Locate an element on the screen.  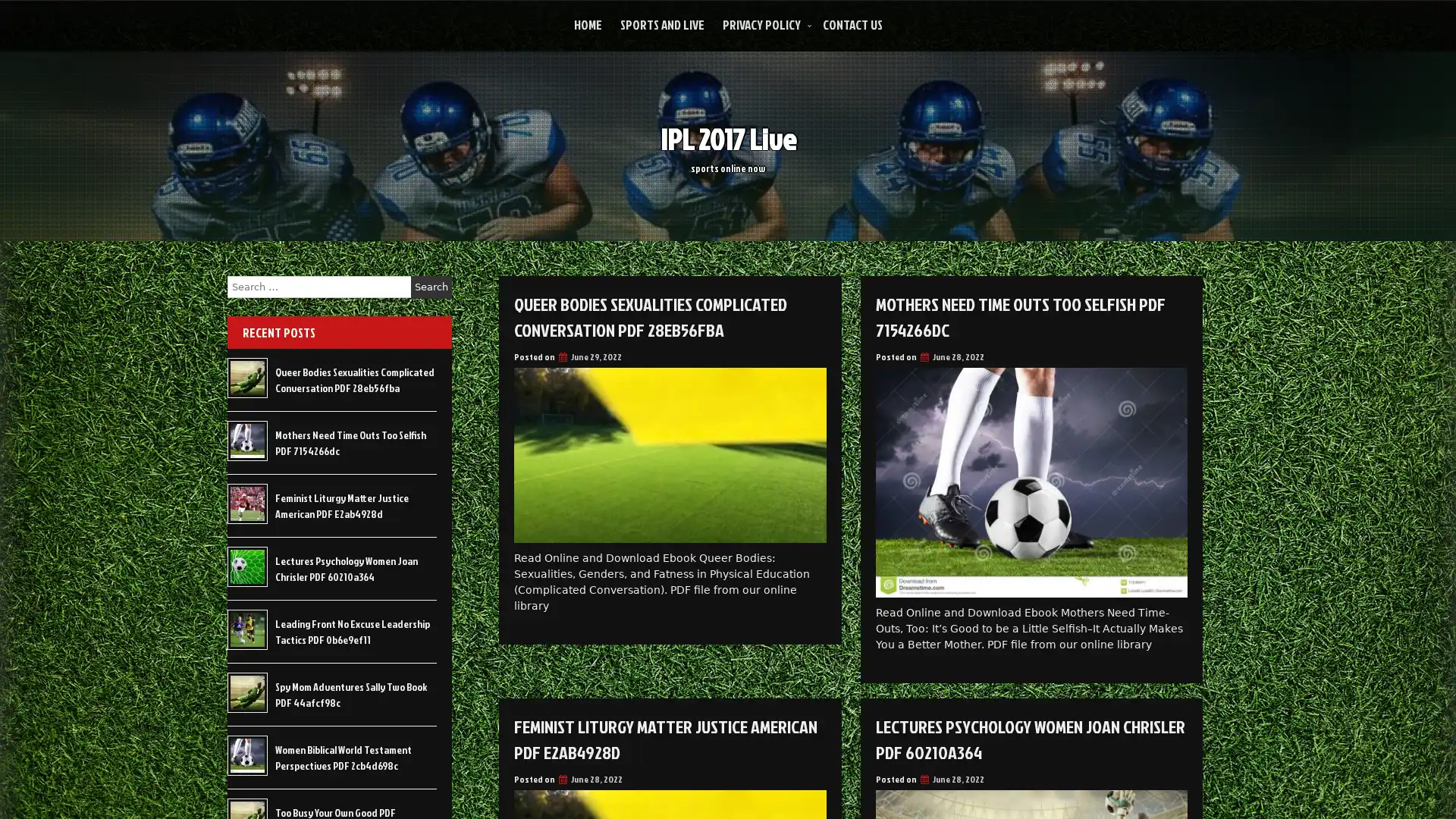
Search is located at coordinates (431, 287).